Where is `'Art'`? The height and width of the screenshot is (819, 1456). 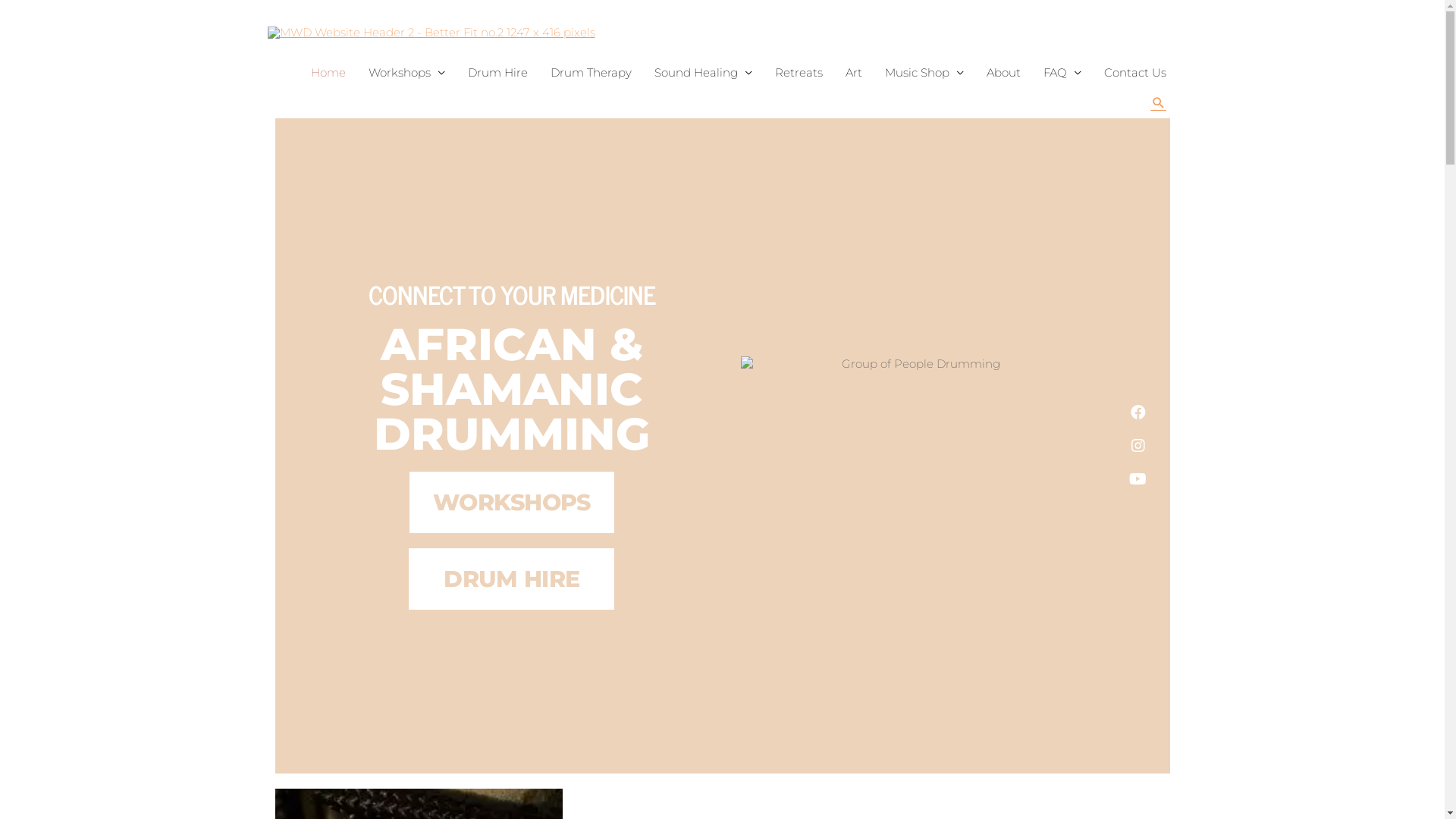 'Art' is located at coordinates (854, 73).